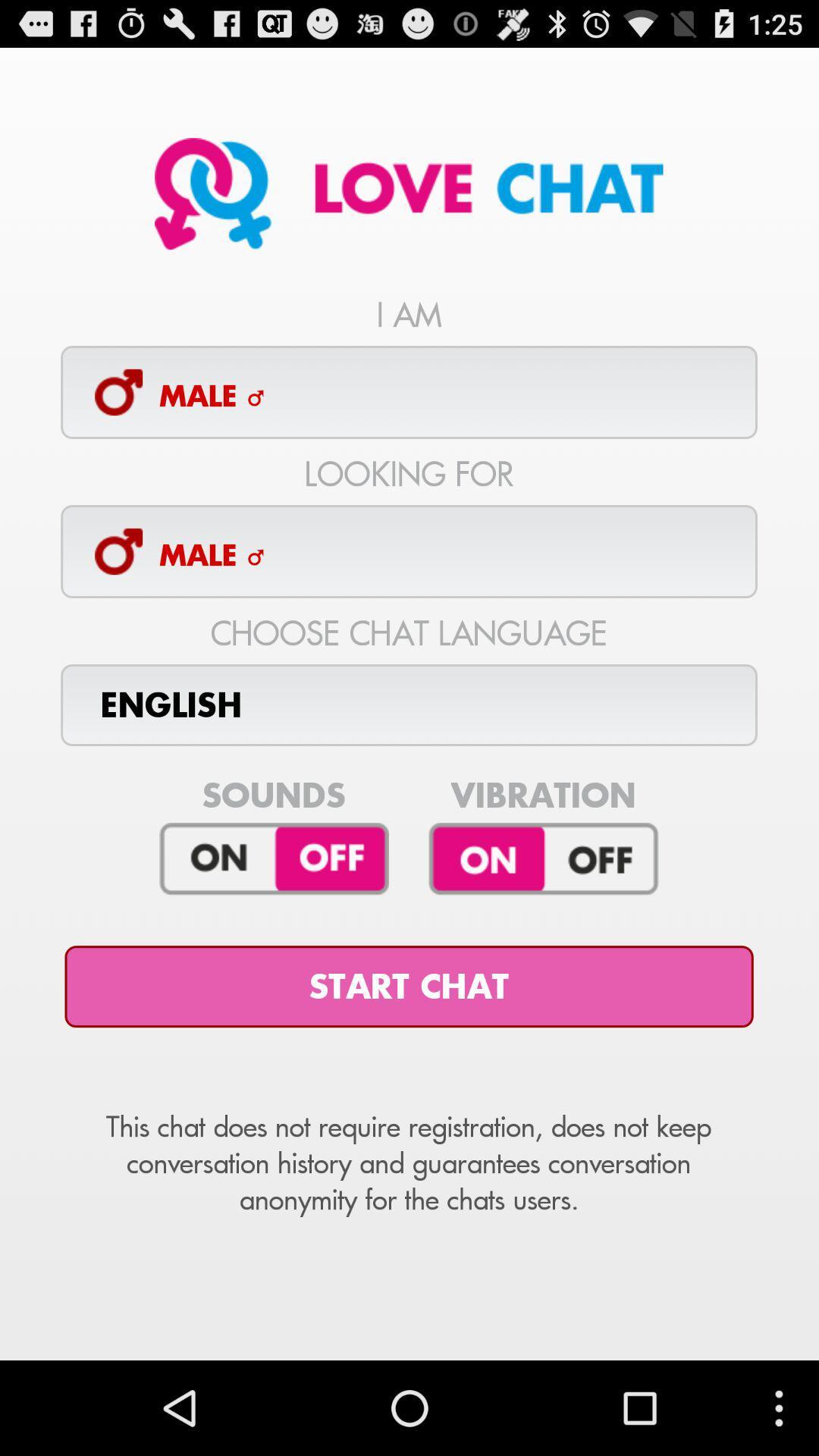  I want to click on item above the this chat does, so click(408, 987).